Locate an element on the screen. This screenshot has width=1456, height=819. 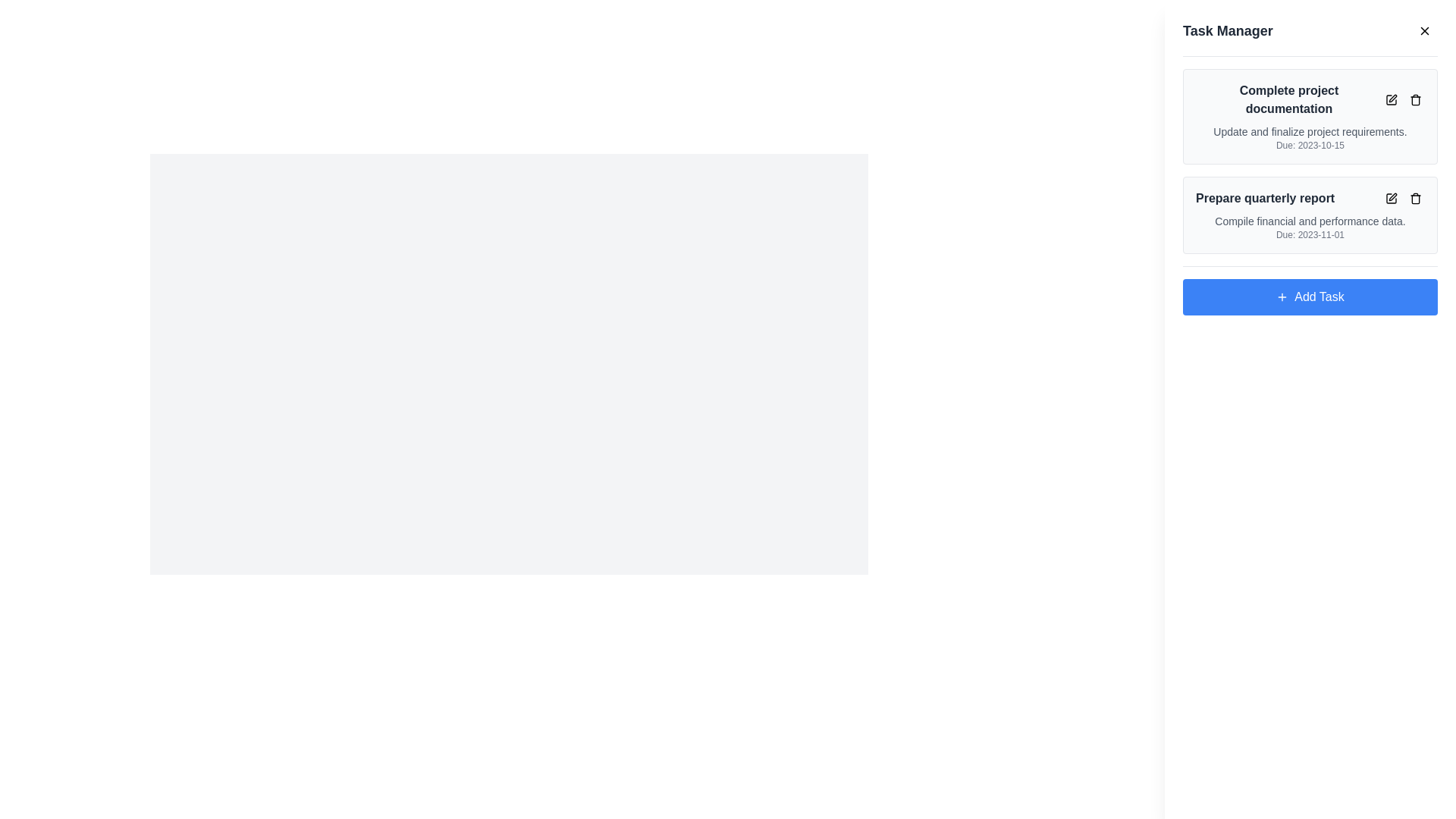
the Edit icon (SVG graphic inside a button) next to the title 'Complete project documentation' is located at coordinates (1391, 99).